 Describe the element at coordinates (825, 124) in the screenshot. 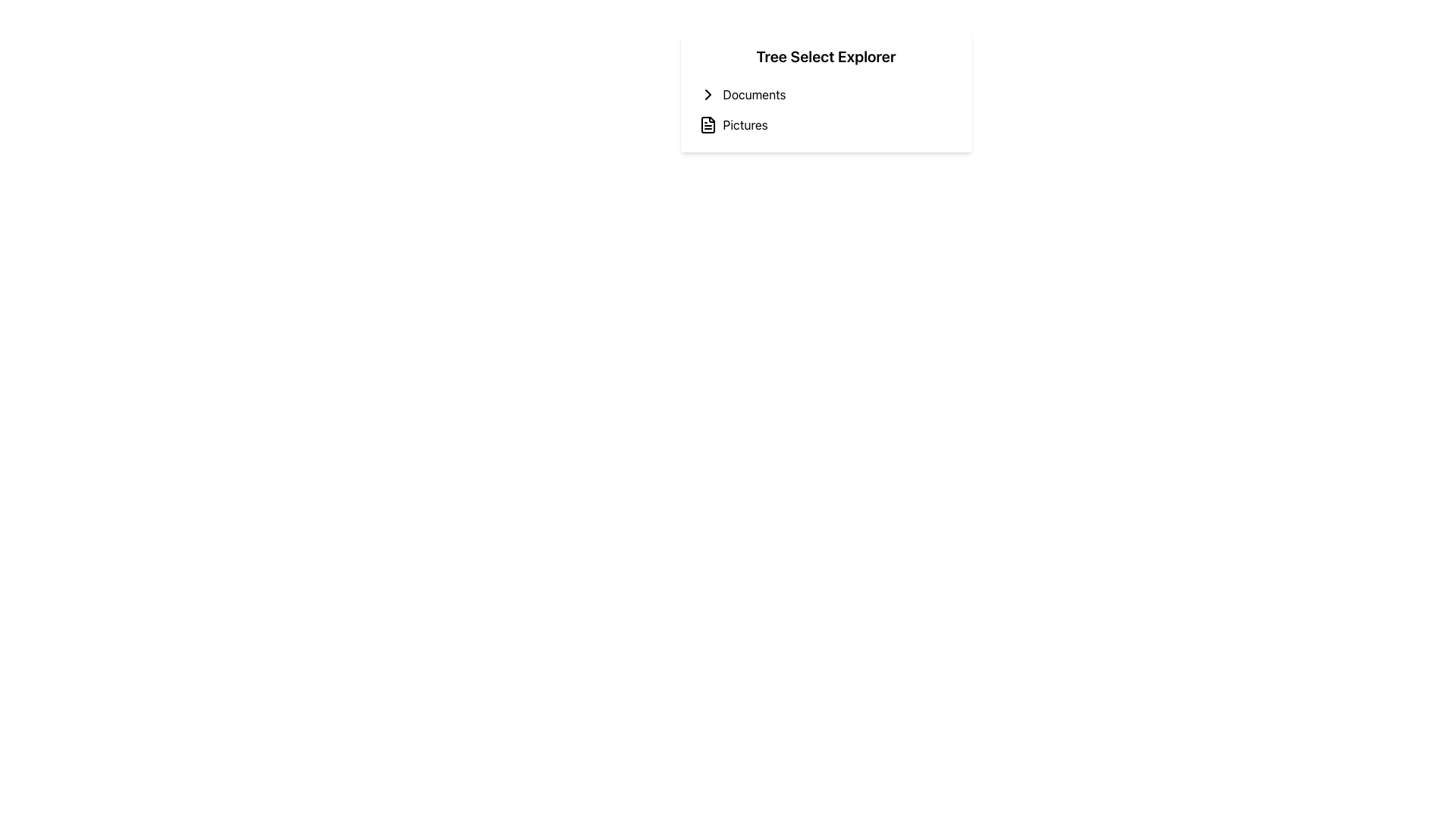

I see `the selectable Tree item labeled 'Pictures' under the 'Documents' directory` at that location.